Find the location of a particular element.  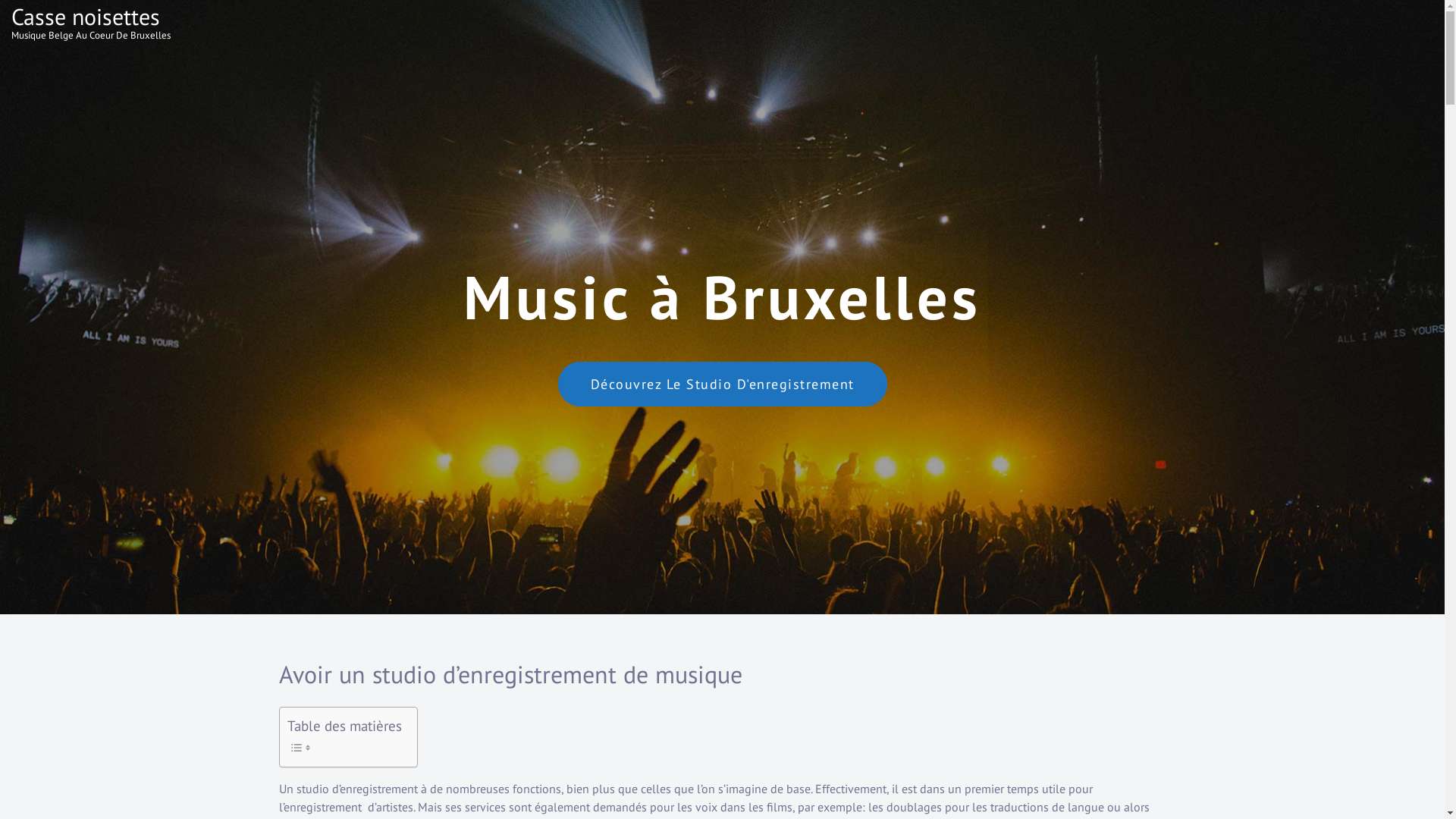

'Casse noisettes' is located at coordinates (85, 16).